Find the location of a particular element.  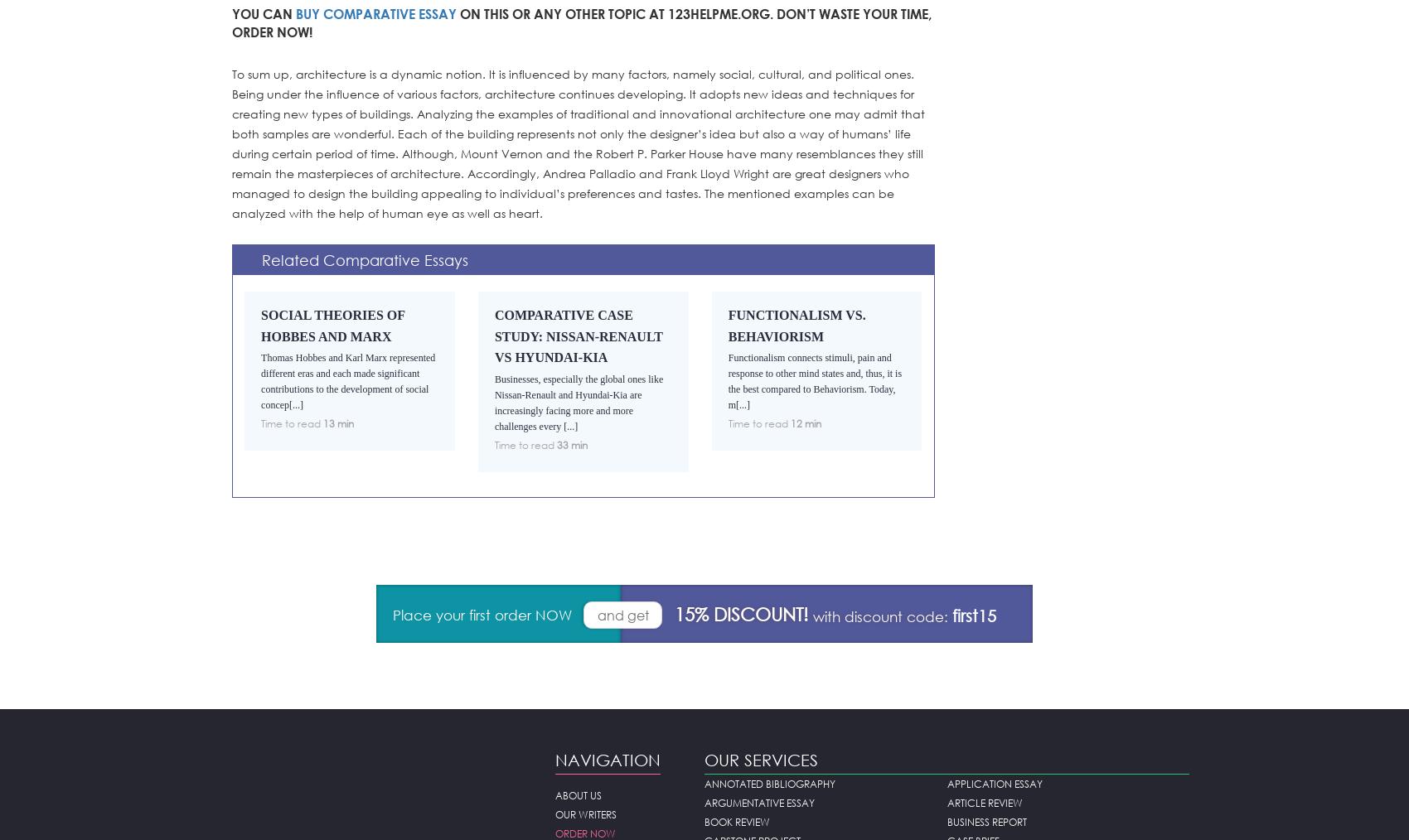

'Buy Comparative essay' is located at coordinates (376, 12).